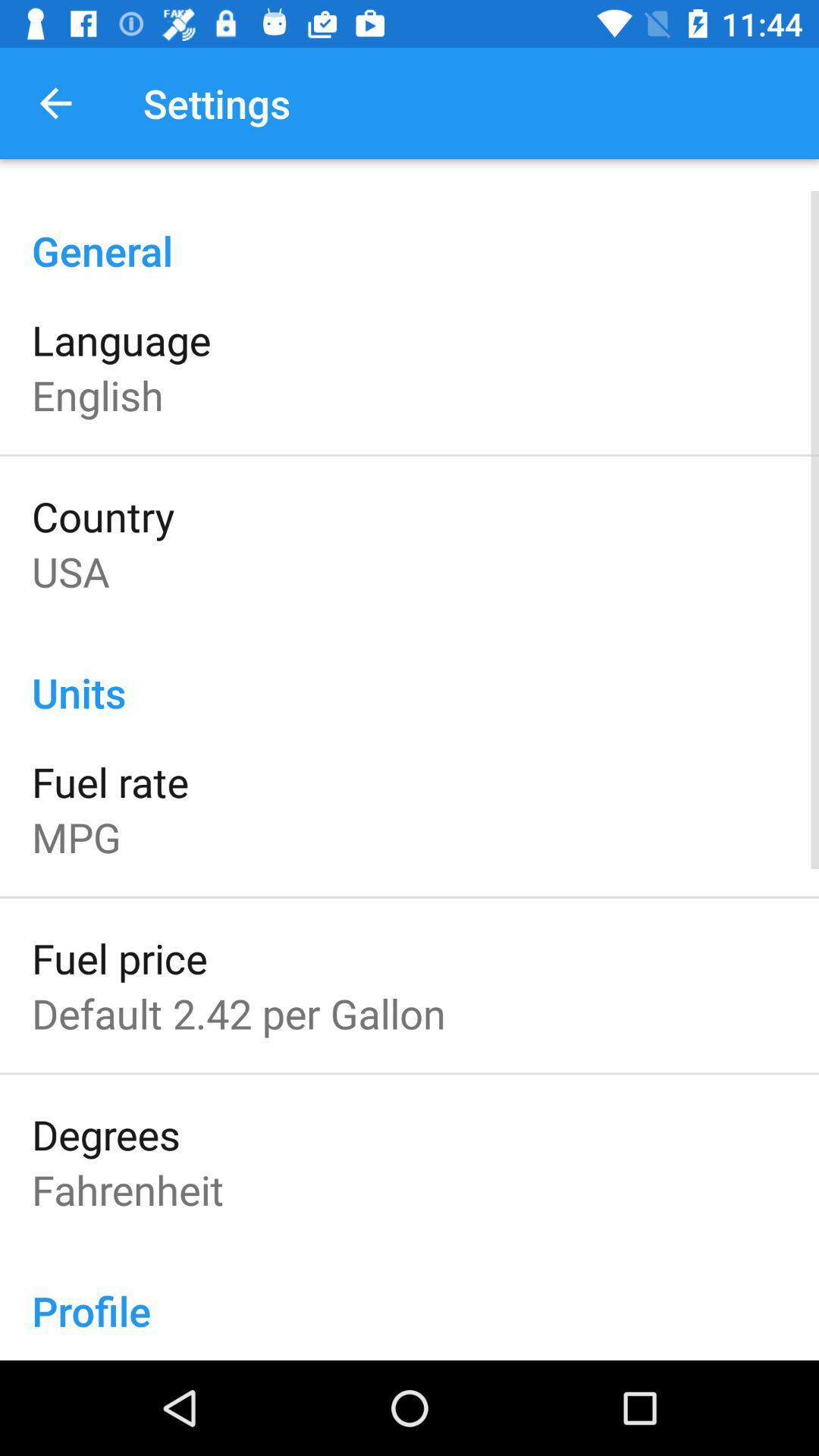 This screenshot has width=819, height=1456. Describe the element at coordinates (409, 676) in the screenshot. I see `units at the center` at that location.